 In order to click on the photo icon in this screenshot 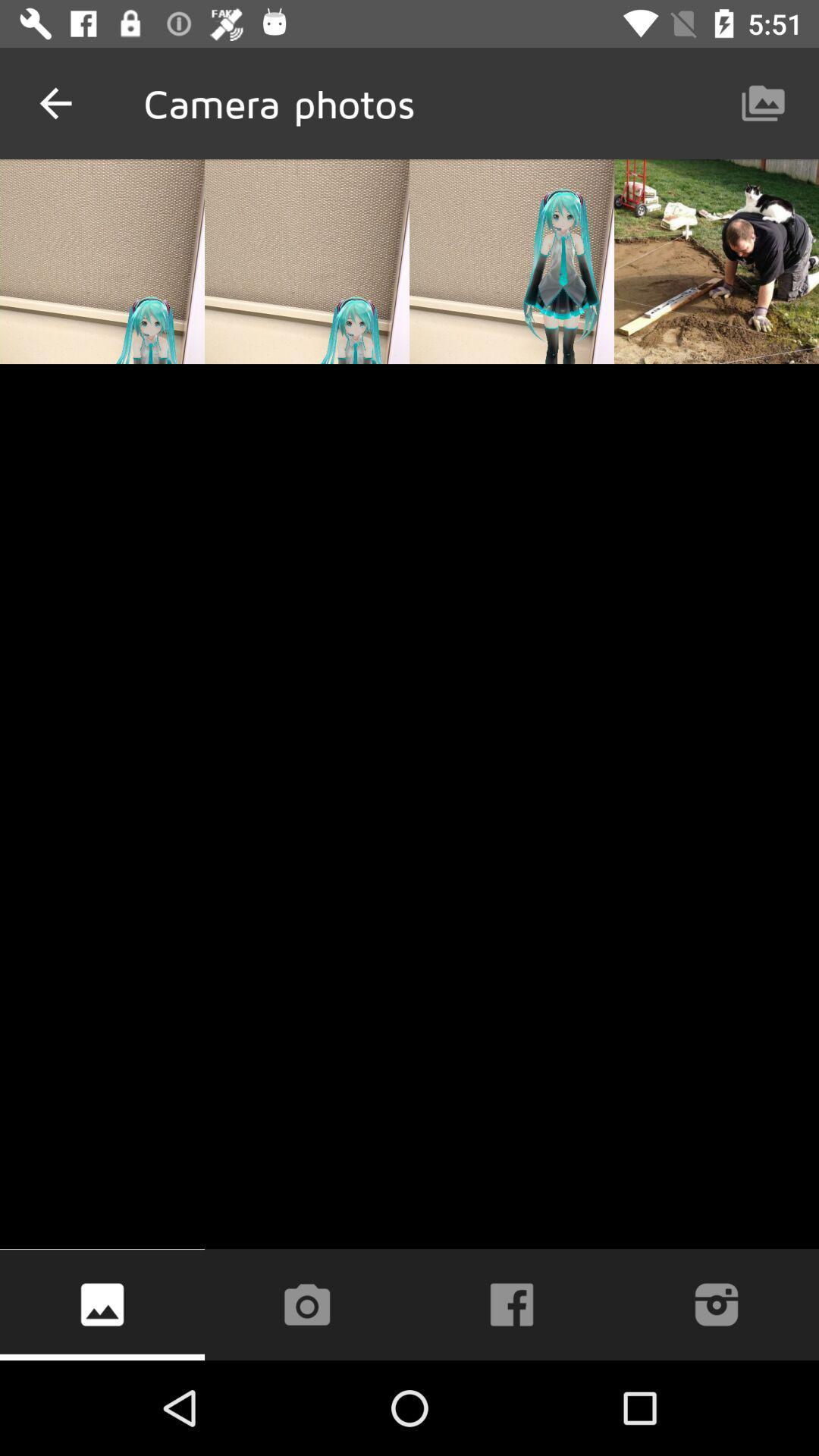, I will do `click(717, 1304)`.